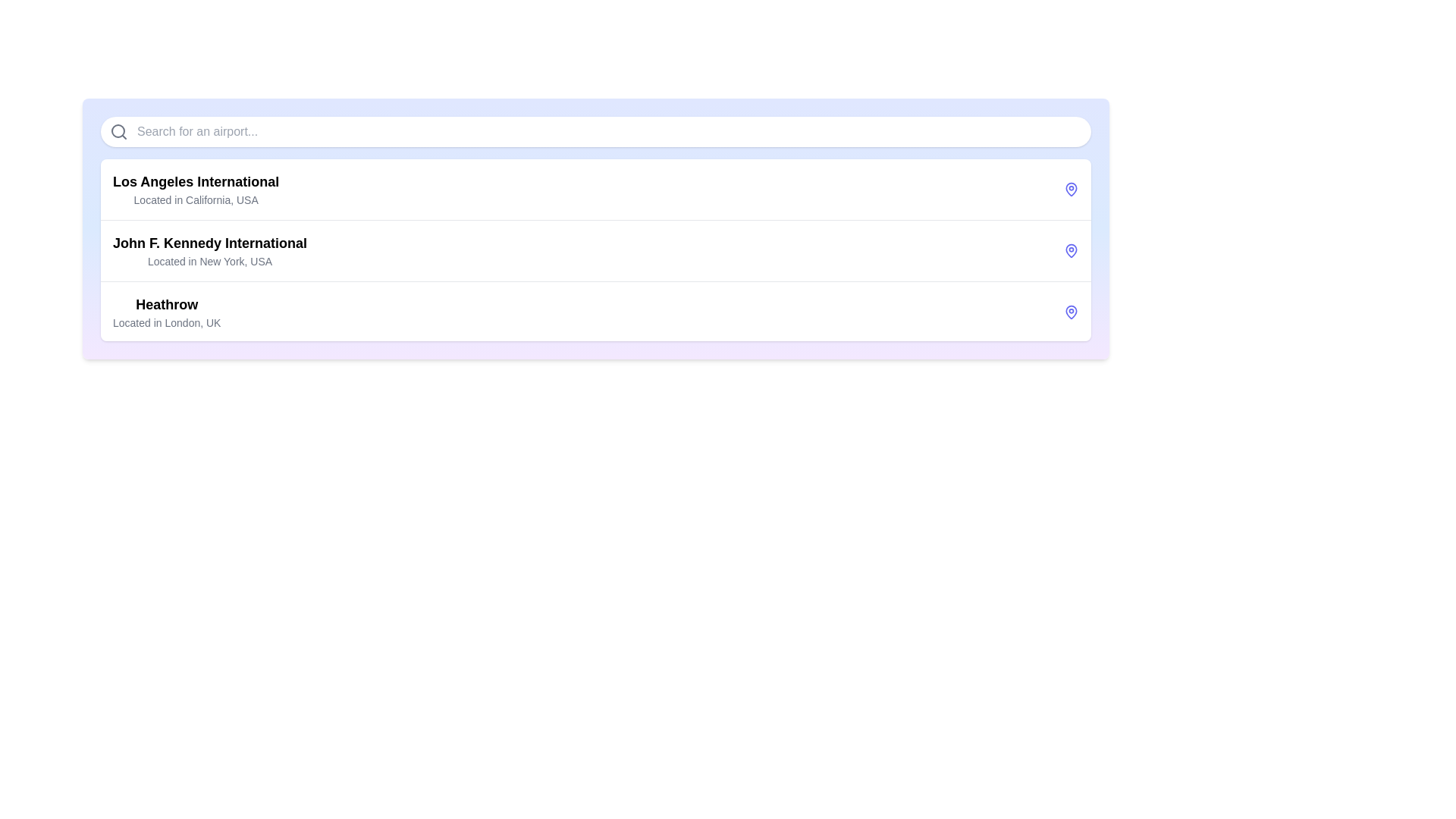 The width and height of the screenshot is (1456, 819). What do you see at coordinates (595, 189) in the screenshot?
I see `the first list item displaying information about 'Los Angeles International' airport` at bounding box center [595, 189].